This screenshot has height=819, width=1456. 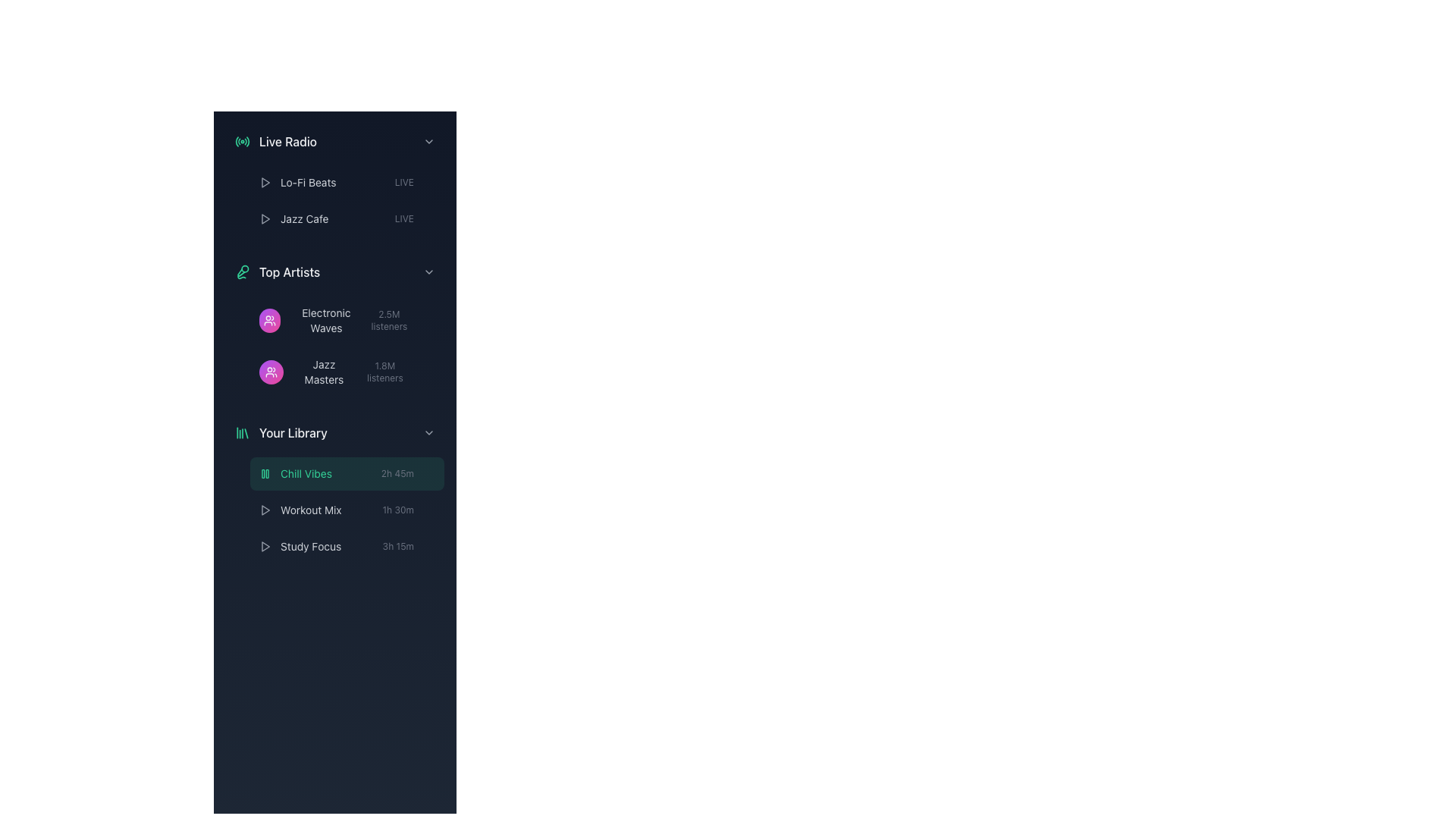 What do you see at coordinates (281, 432) in the screenshot?
I see `the Hyperlinked navigation item for 'Your Library' located in the vertical menu, which is positioned two-thirds down the list, below 'Top Artists' and above 'Chill Vibes'` at bounding box center [281, 432].